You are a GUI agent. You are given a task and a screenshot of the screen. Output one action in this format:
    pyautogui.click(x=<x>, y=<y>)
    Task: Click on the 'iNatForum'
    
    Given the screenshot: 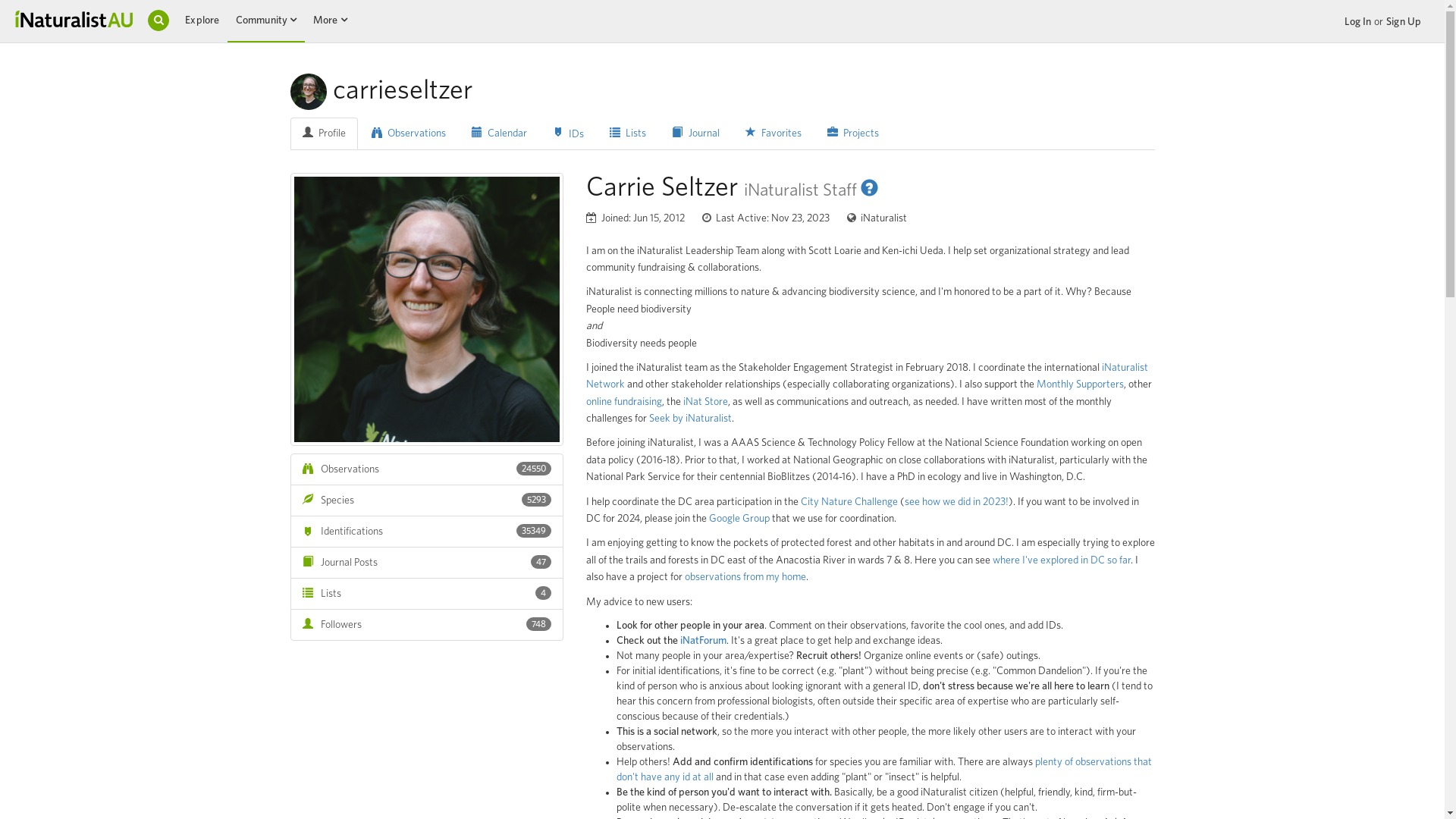 What is the action you would take?
    pyautogui.click(x=701, y=640)
    